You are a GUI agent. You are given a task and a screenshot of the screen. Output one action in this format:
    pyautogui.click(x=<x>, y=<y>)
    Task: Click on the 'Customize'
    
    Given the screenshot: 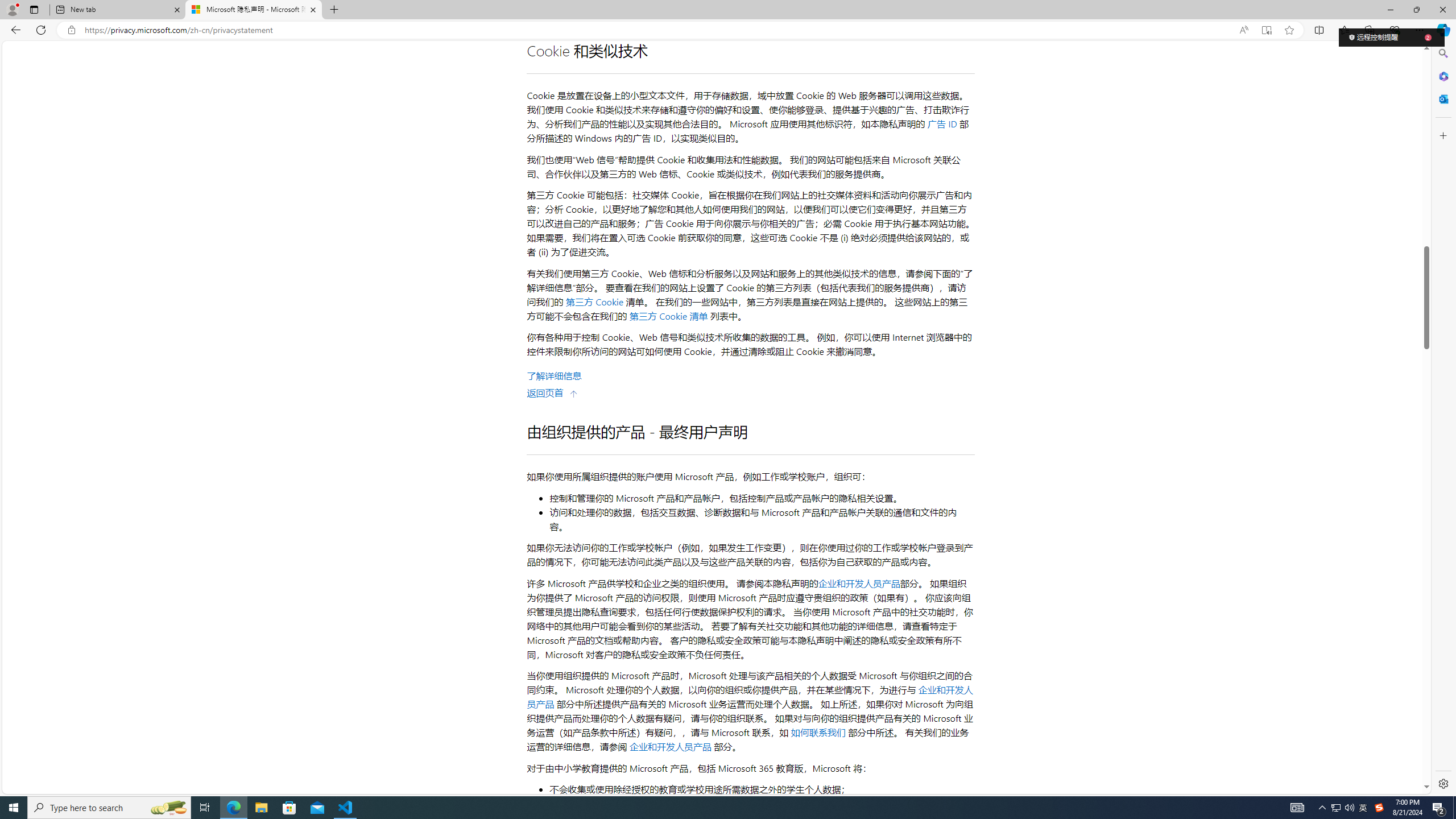 What is the action you would take?
    pyautogui.click(x=1442, y=135)
    